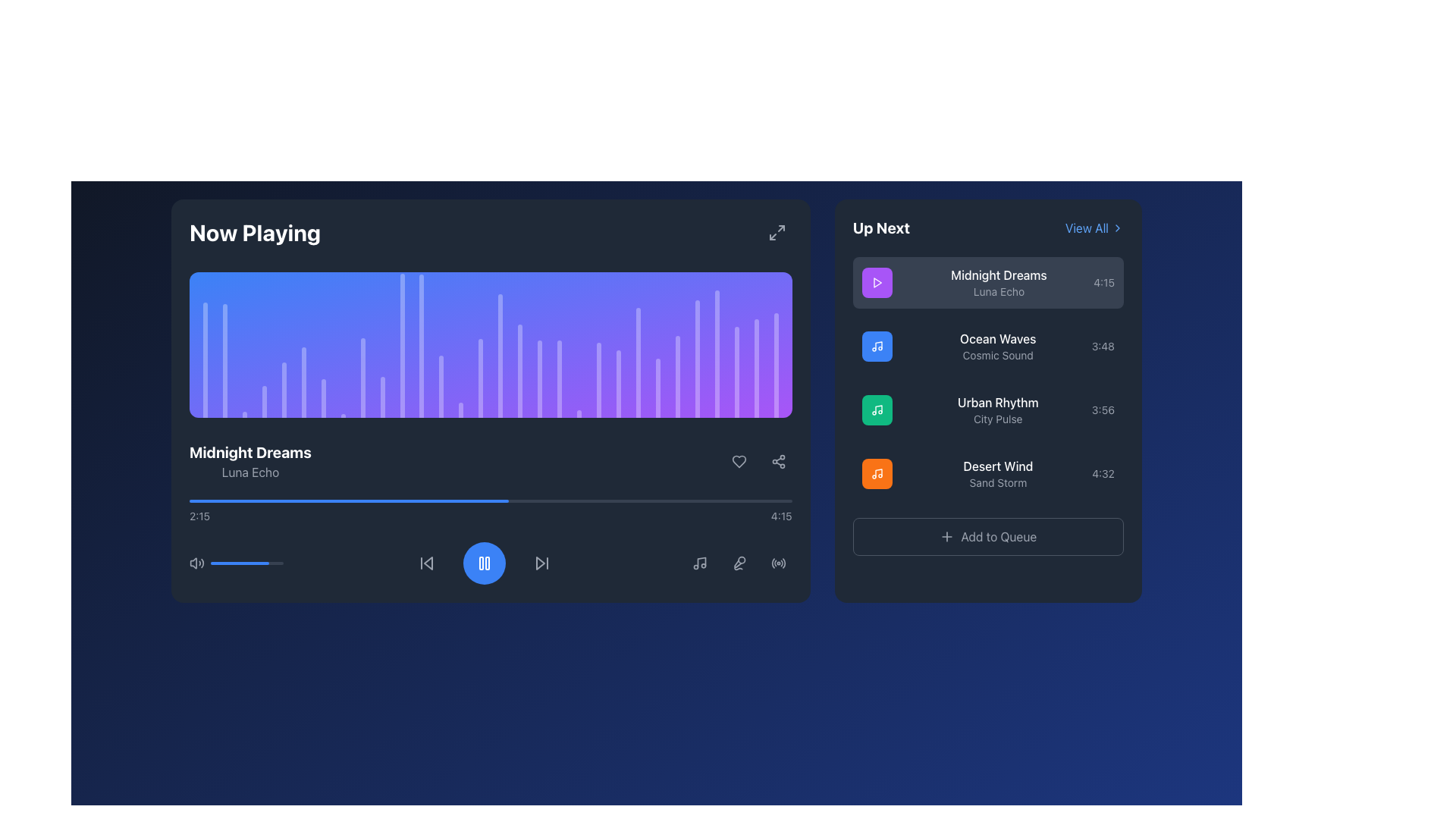 The width and height of the screenshot is (1456, 819). What do you see at coordinates (998, 409) in the screenshot?
I see `the 'Urban Rhythm' Text Label` at bounding box center [998, 409].